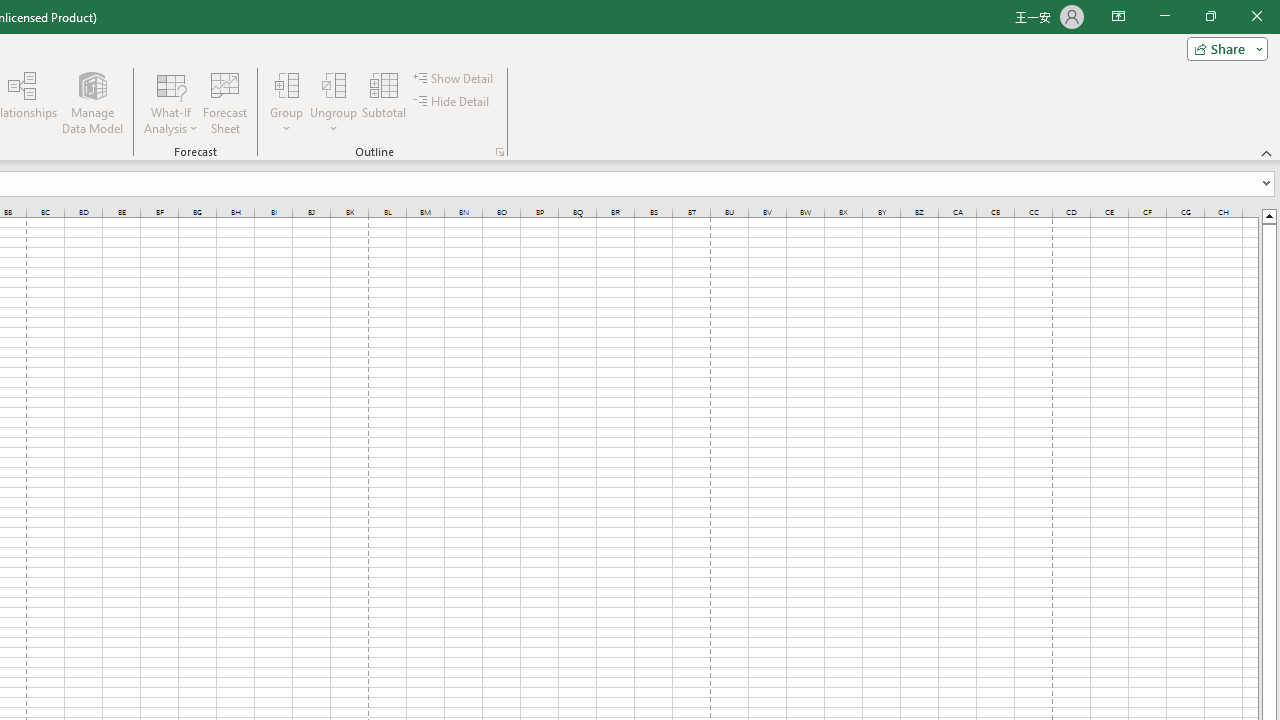 This screenshot has height=720, width=1280. Describe the element at coordinates (334, 103) in the screenshot. I see `'Ungroup...'` at that location.